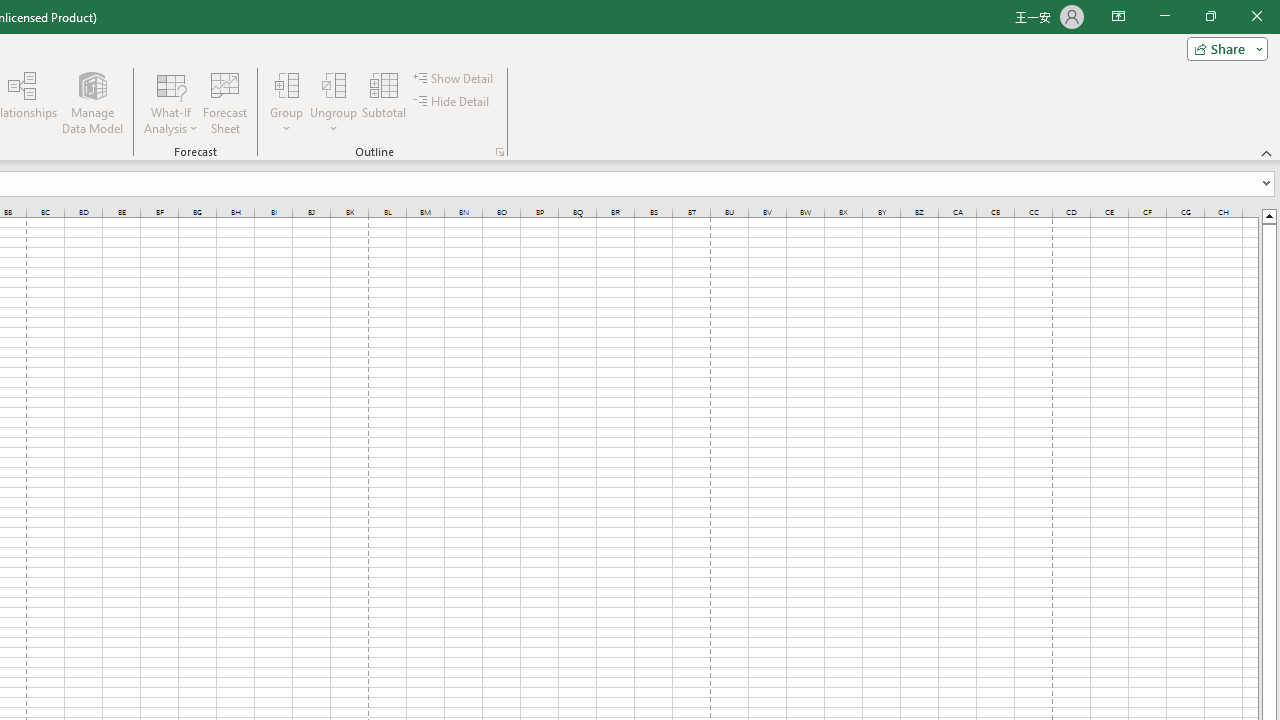 This screenshot has height=720, width=1280. Describe the element at coordinates (334, 103) in the screenshot. I see `'Ungroup...'` at that location.